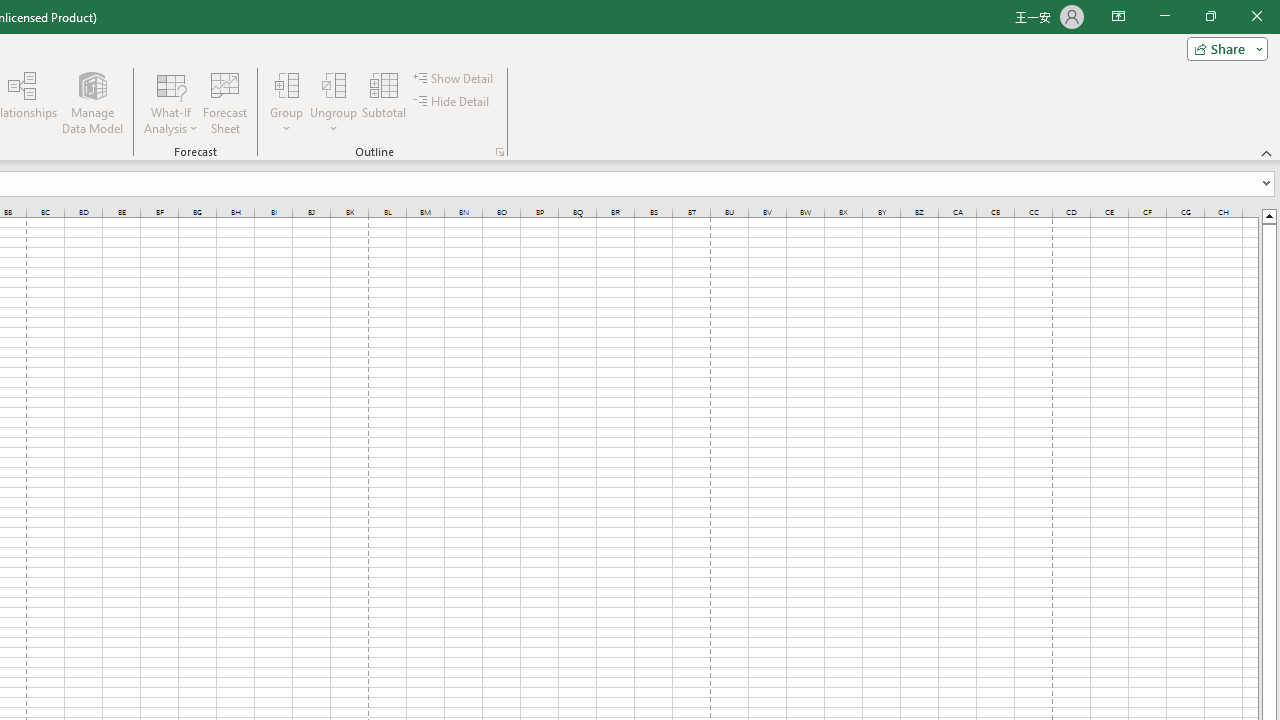 This screenshot has height=720, width=1280. Describe the element at coordinates (334, 103) in the screenshot. I see `'Ungroup...'` at that location.